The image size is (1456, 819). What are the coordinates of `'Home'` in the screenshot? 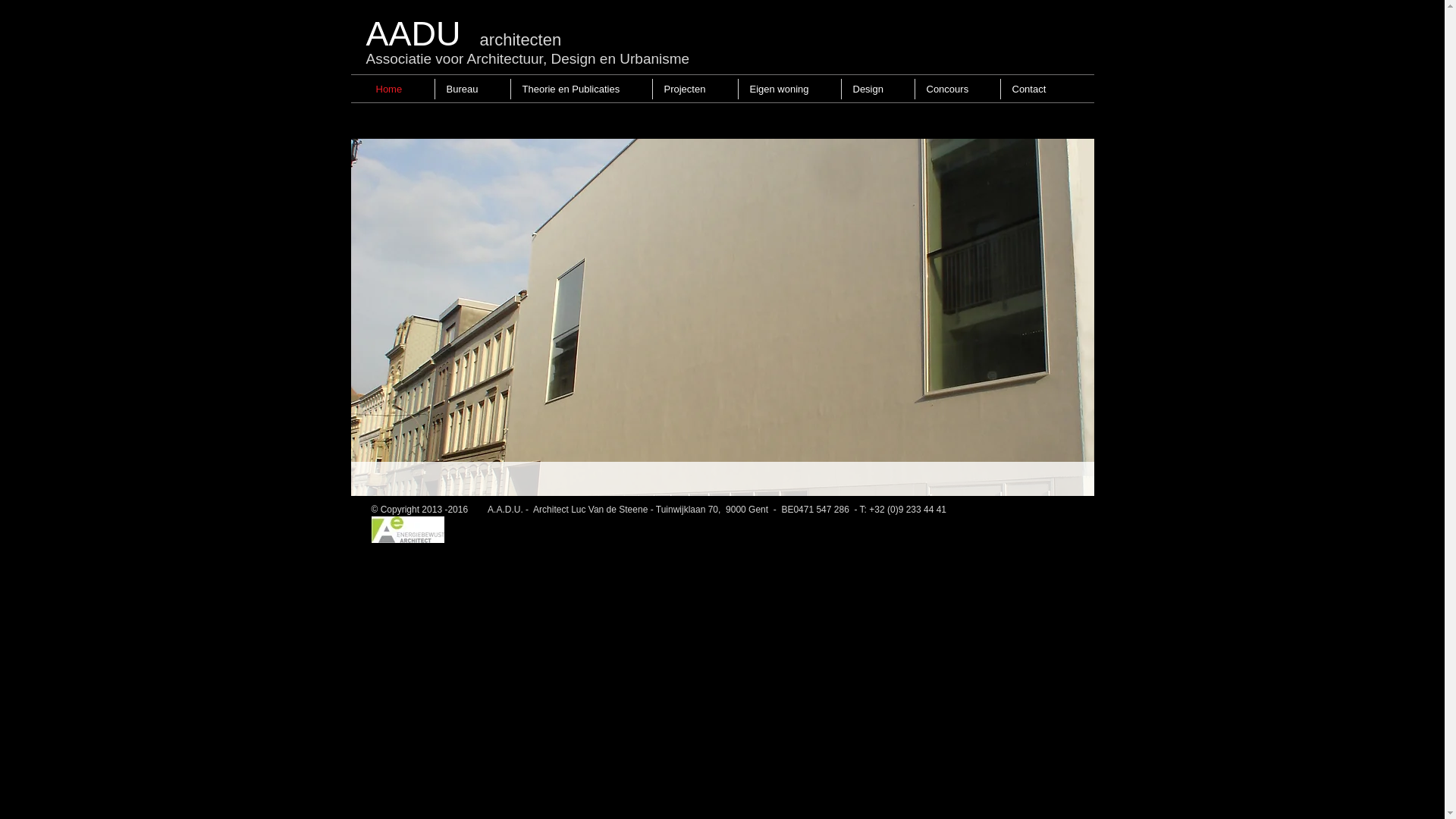 It's located at (364, 89).